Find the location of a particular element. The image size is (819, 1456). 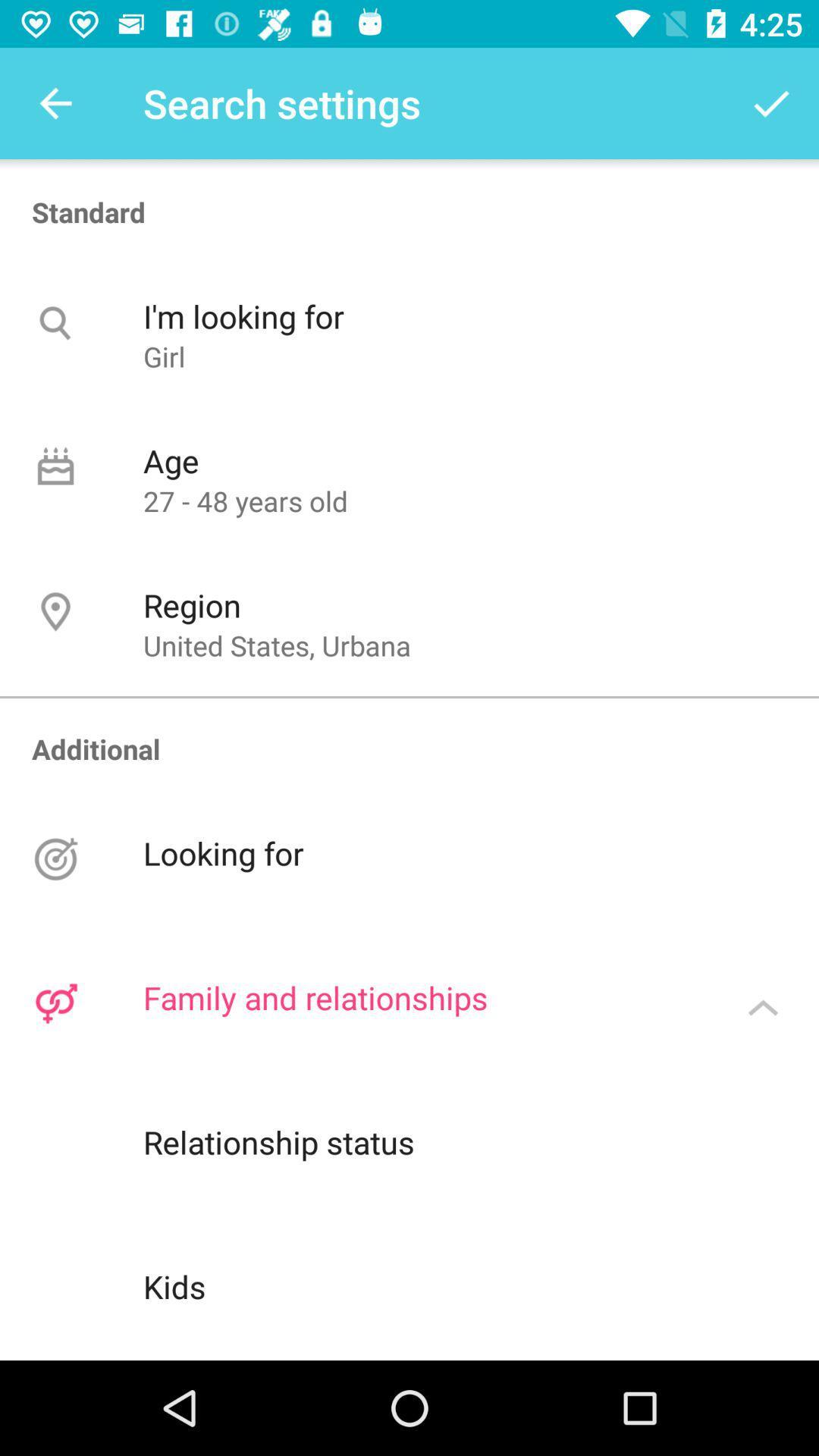

the app next to search settings icon is located at coordinates (771, 102).